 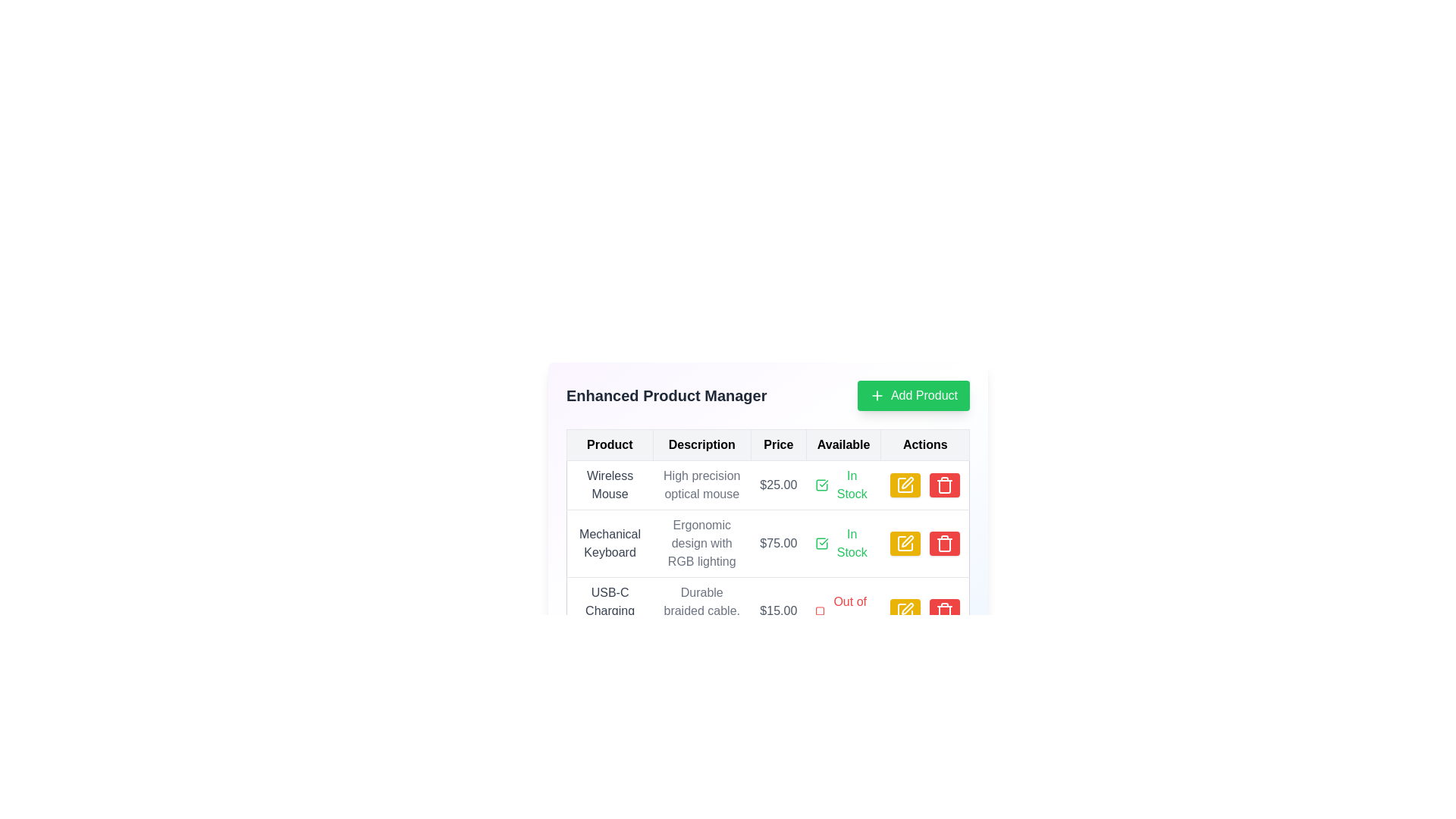 What do you see at coordinates (907, 482) in the screenshot?
I see `the edit icon for the 'Wireless Mouse' product to initiate editing` at bounding box center [907, 482].